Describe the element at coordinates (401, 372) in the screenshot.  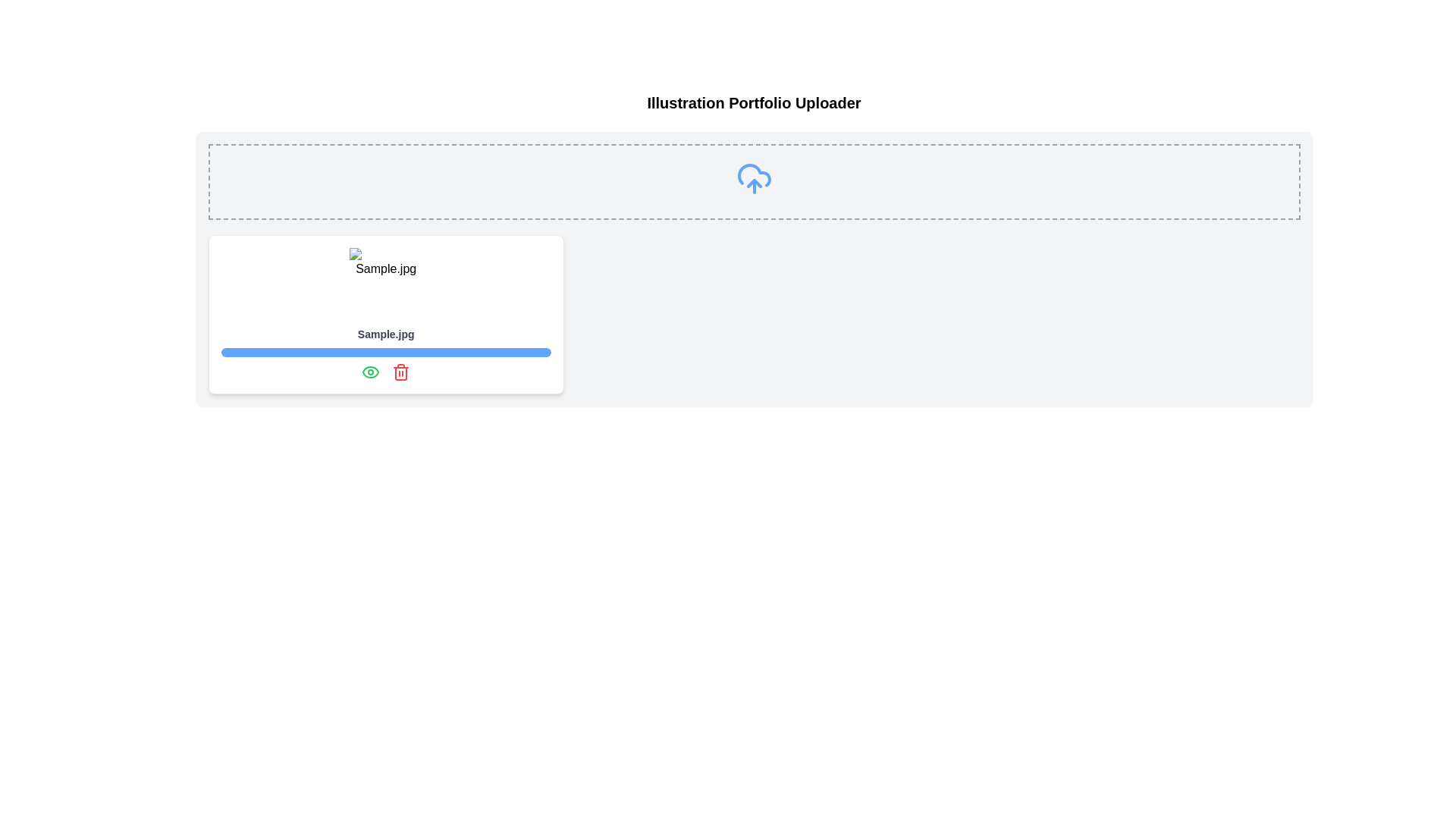
I see `the small red trash icon button` at that location.